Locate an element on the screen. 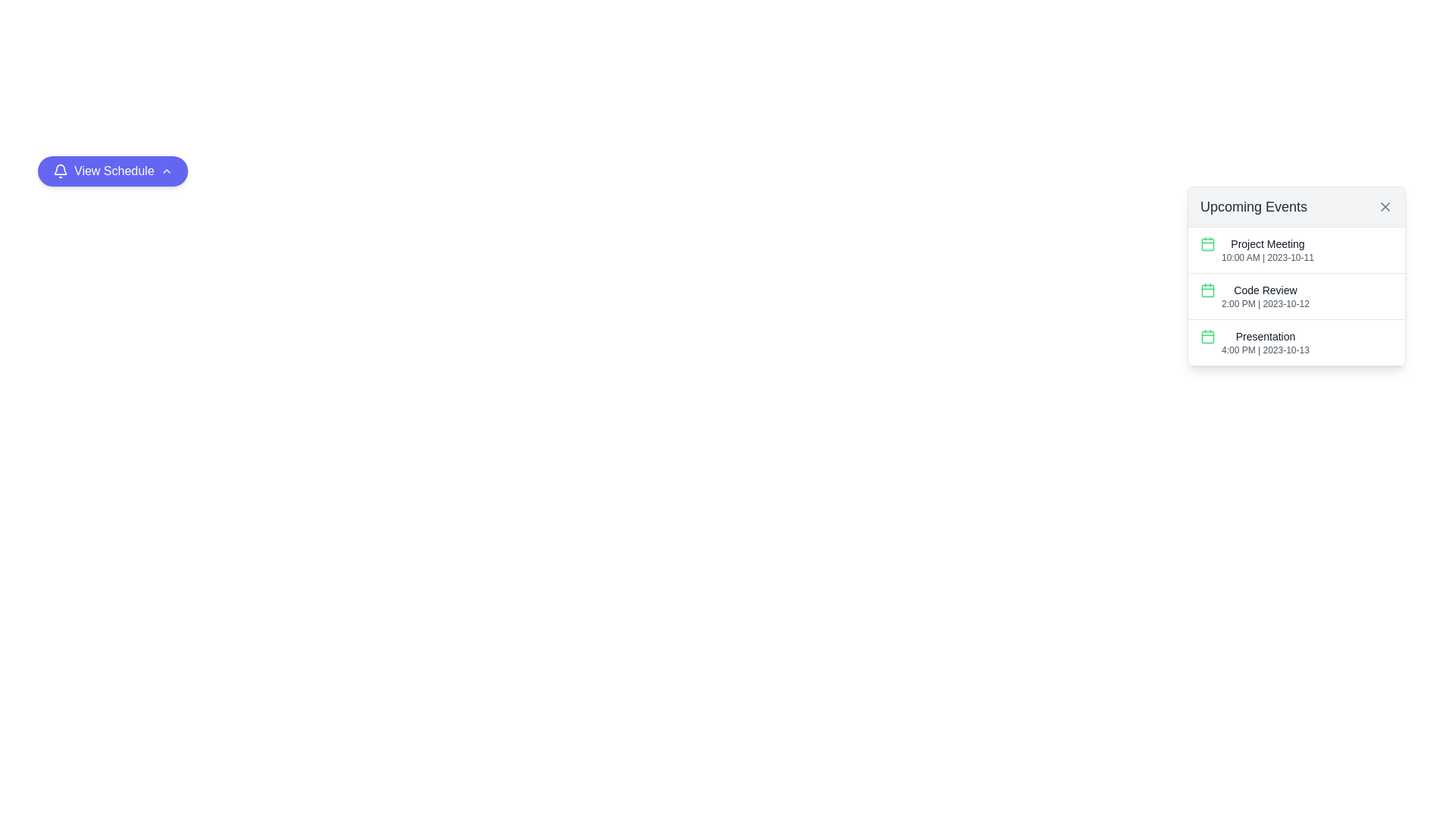  the static text label displaying 'Presentation' which is styled in gray and is the third entry in the upcoming events list is located at coordinates (1265, 335).